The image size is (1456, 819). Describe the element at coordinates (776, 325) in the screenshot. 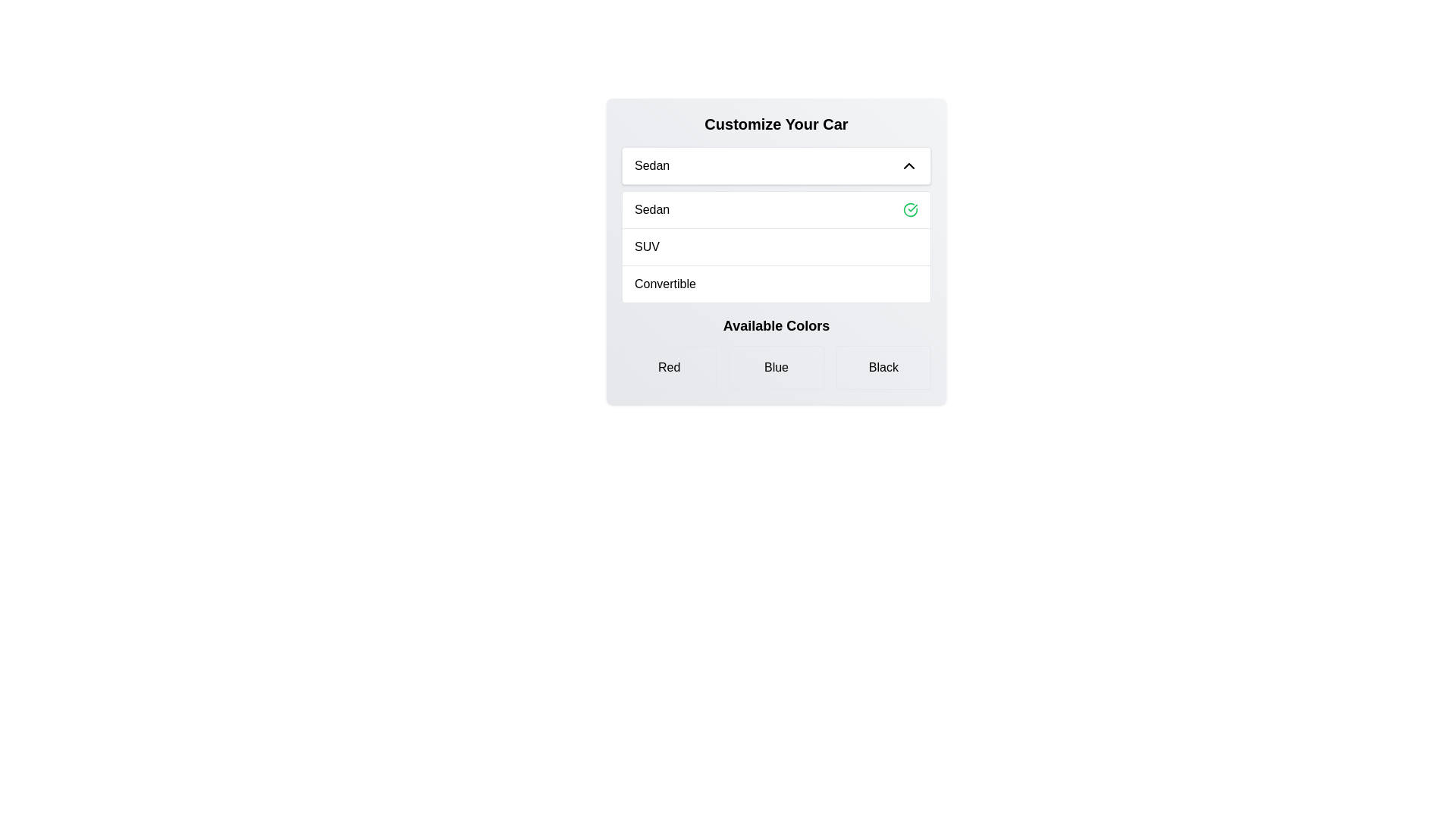

I see `the Text label (header) that introduces the car color selection section, located directly above the color options` at that location.